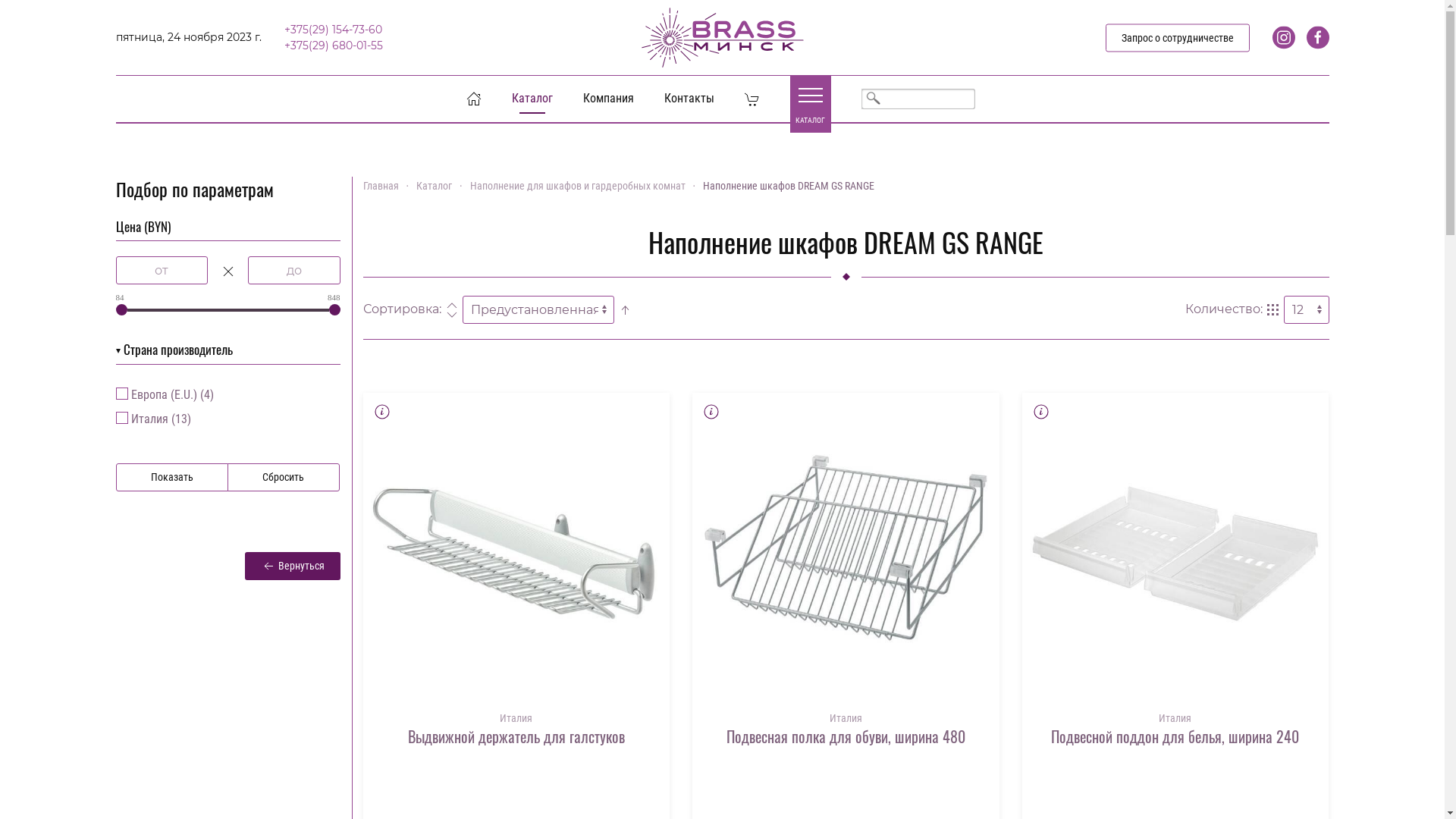 The width and height of the screenshot is (1456, 819). I want to click on '+375(29) 154-73-60', so click(331, 29).